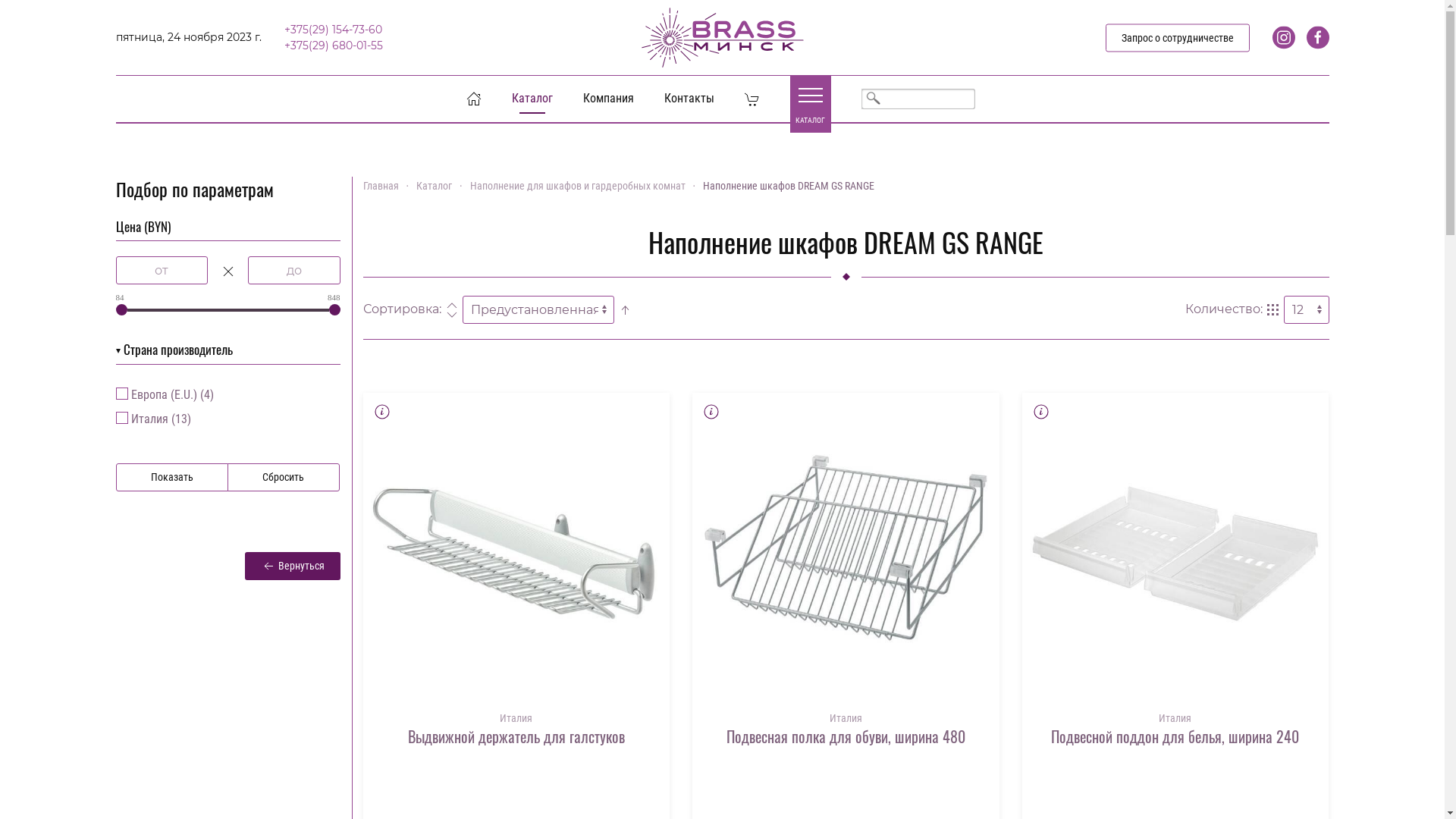 The width and height of the screenshot is (1456, 819). I want to click on '+375(29) 154-73-60', so click(331, 29).